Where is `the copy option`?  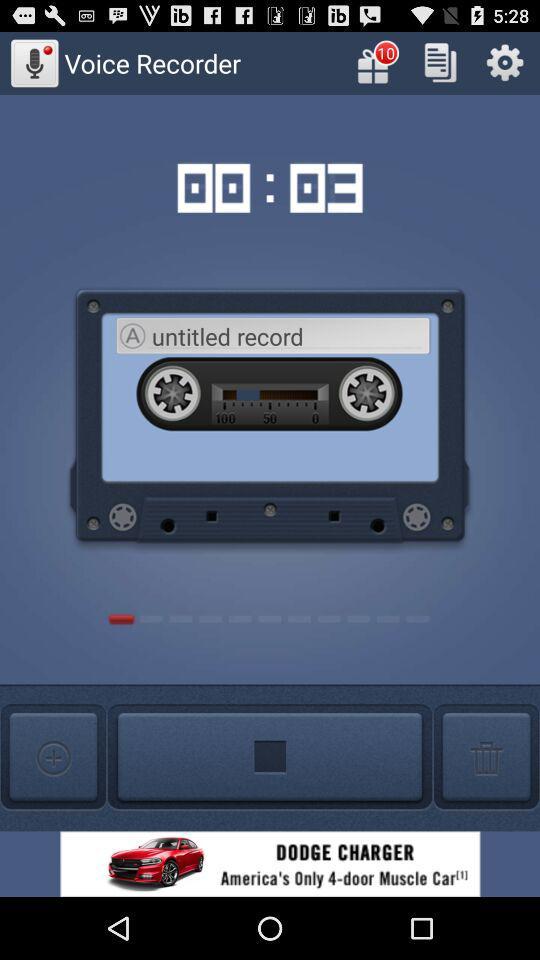
the copy option is located at coordinates (440, 62).